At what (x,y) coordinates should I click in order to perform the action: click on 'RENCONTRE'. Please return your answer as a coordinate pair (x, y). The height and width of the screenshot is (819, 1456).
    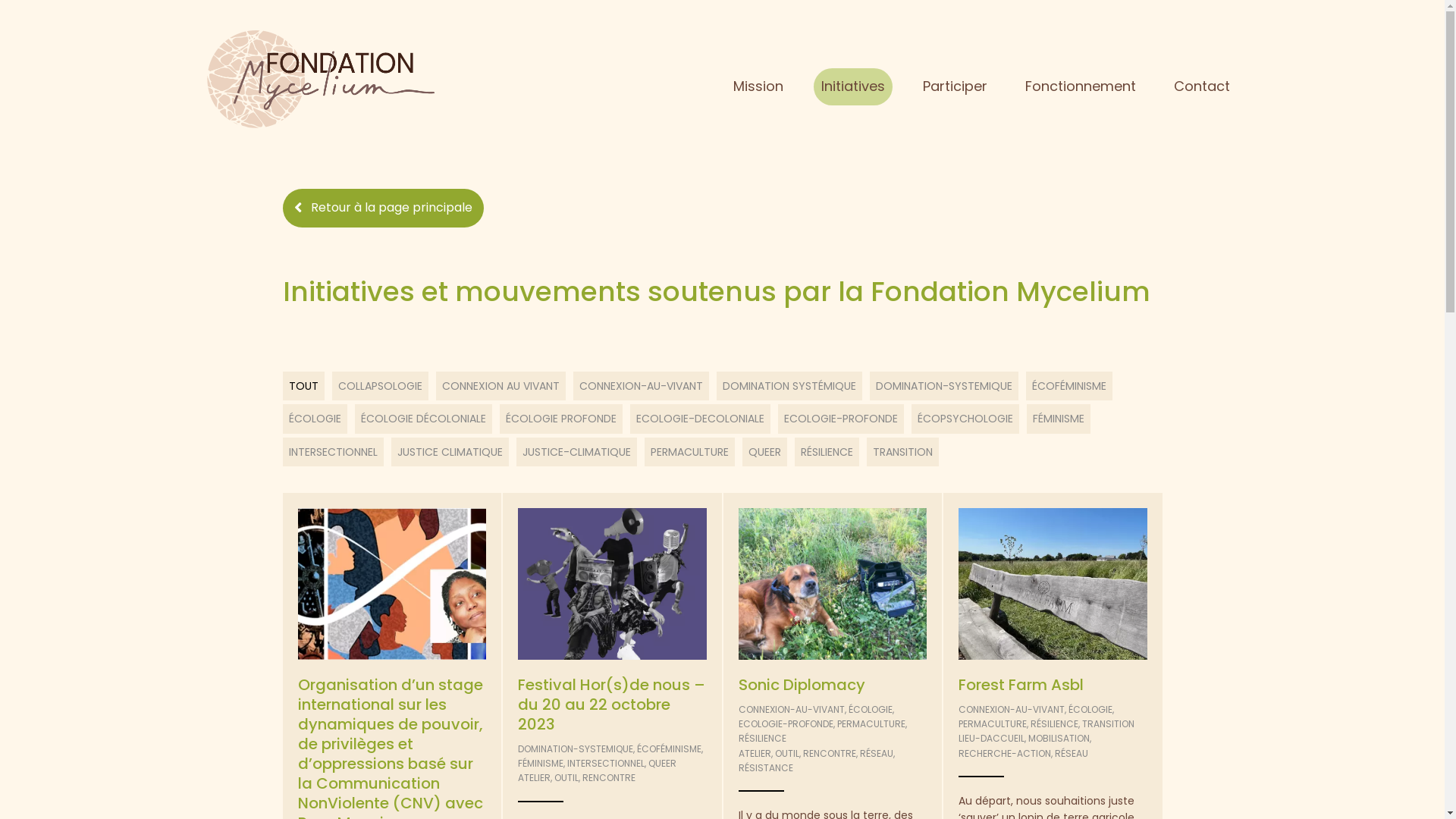
    Looking at the image, I should click on (608, 777).